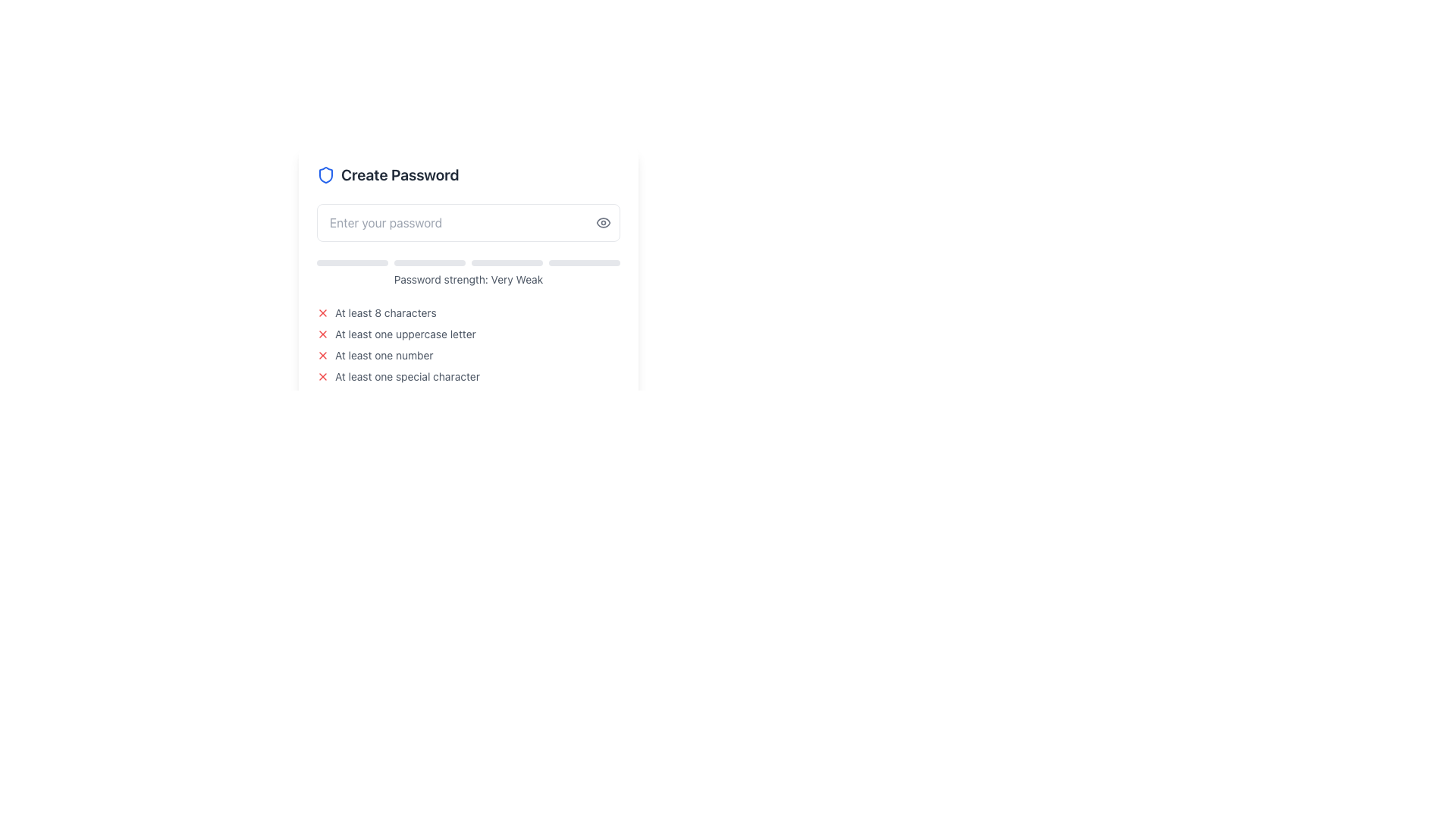 This screenshot has width=1456, height=819. I want to click on text label that indicates the password requirement for including at least one uppercase letter, which is the second item in the password criteria list, so click(405, 333).